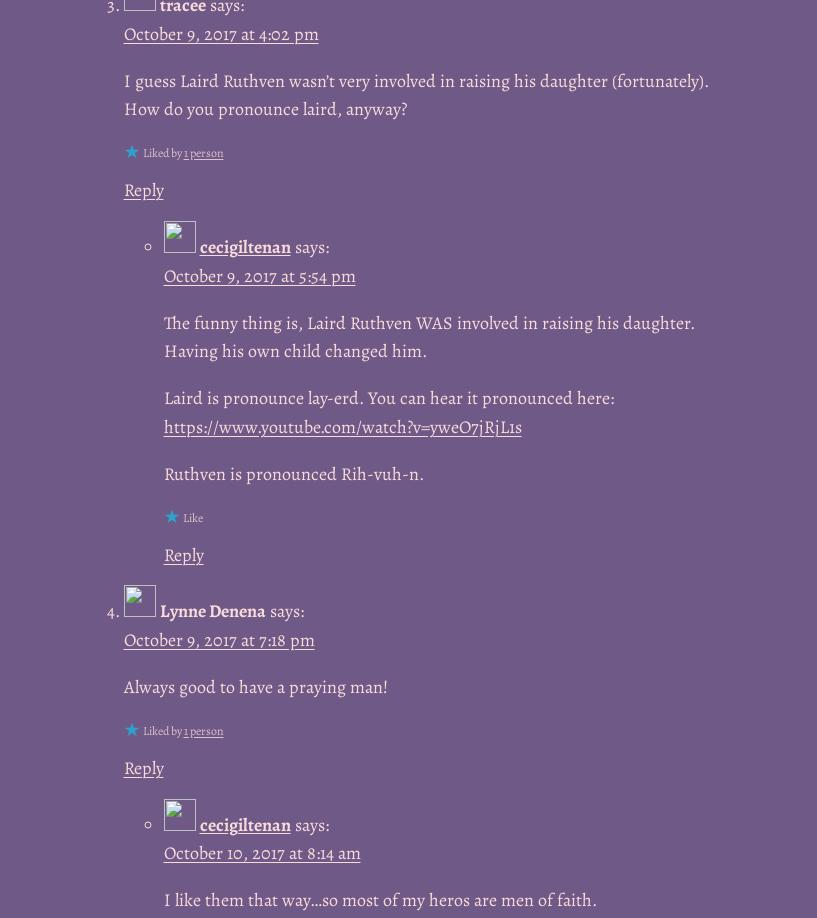  I want to click on 'Lynne Denena', so click(158, 610).